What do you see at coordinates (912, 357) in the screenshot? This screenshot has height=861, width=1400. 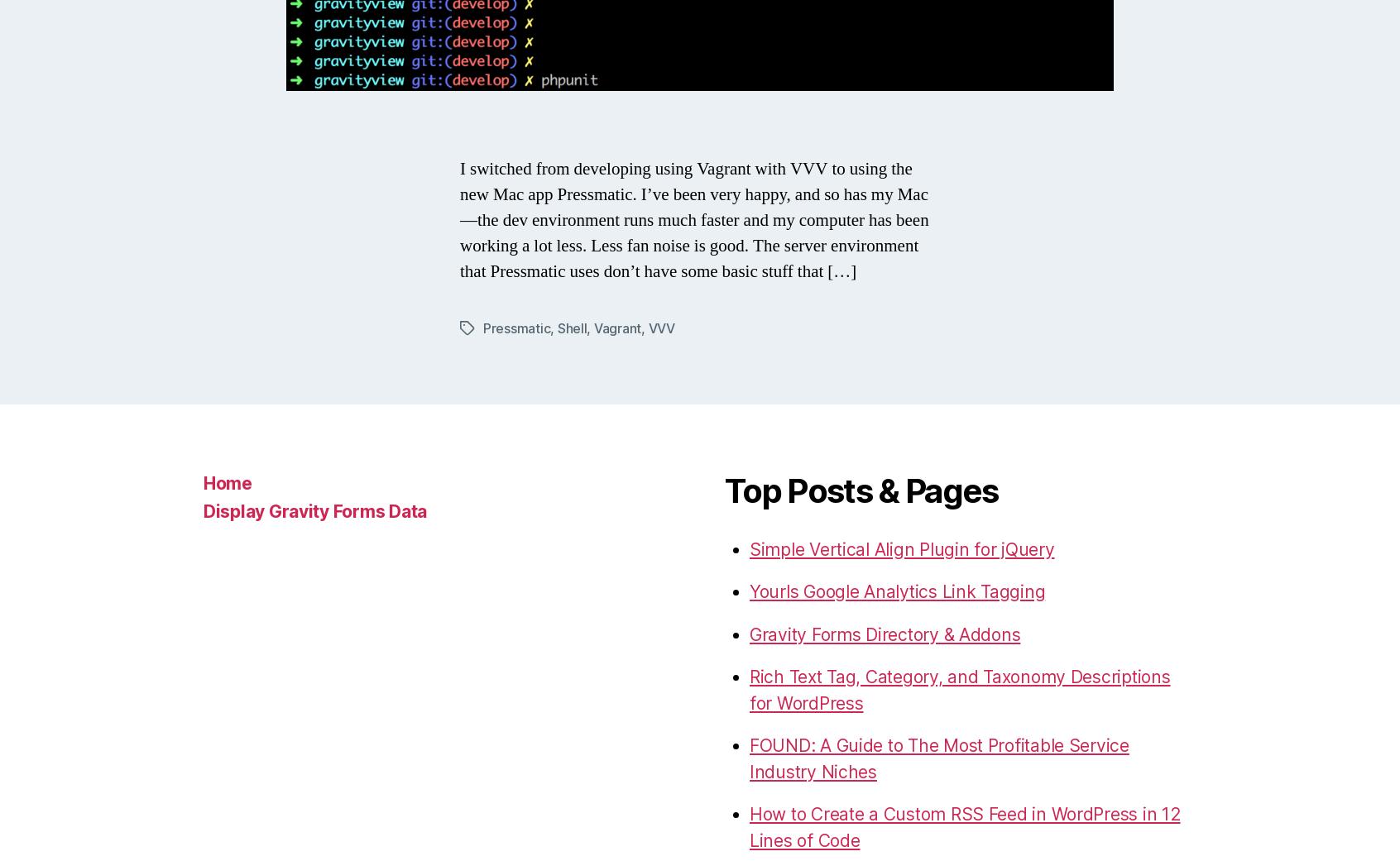 I see `'LoopedIn - Keep Your Customers In The Loop'` at bounding box center [912, 357].